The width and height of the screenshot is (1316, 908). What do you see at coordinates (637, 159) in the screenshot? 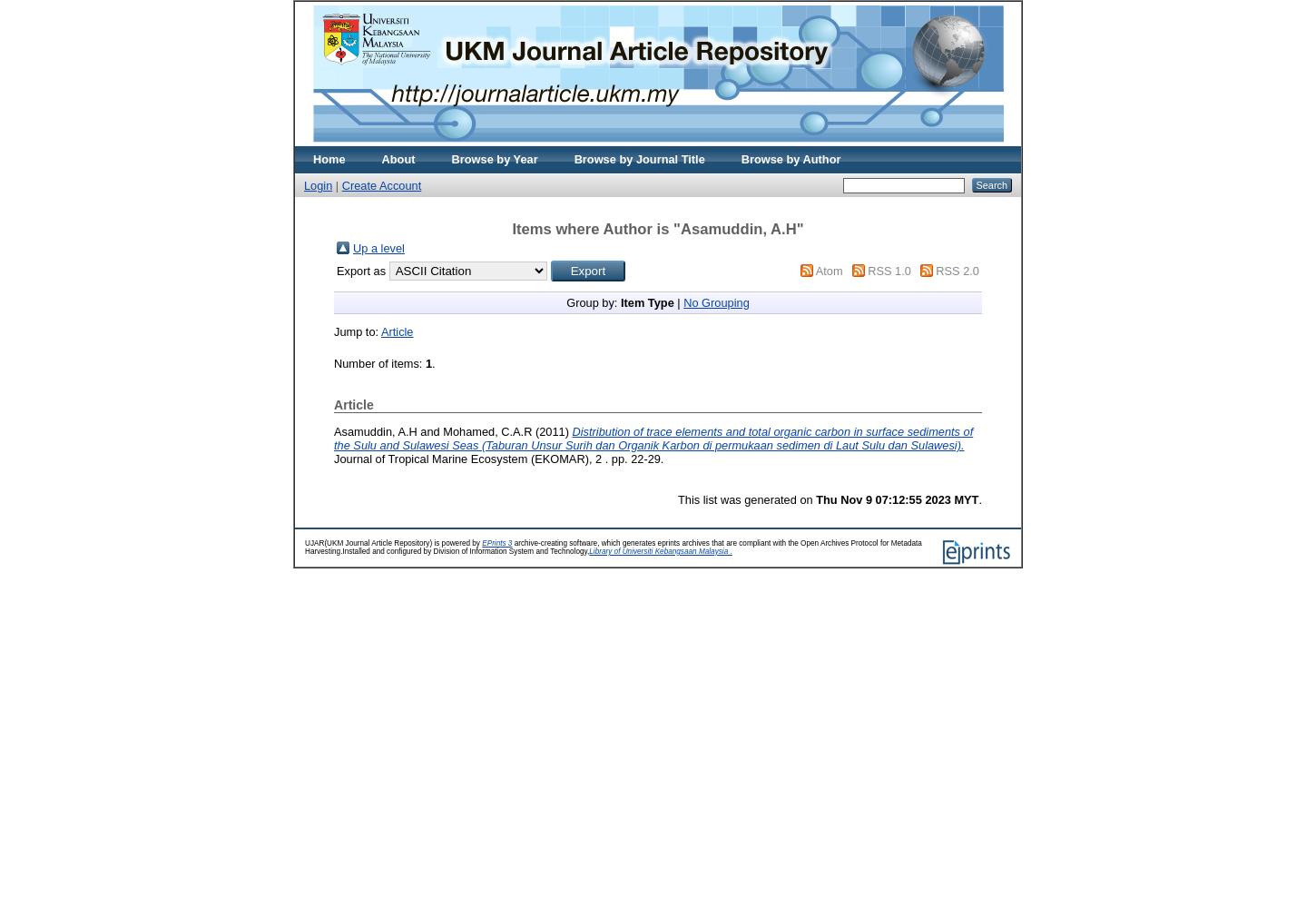
I see `'Browse by Journal Title'` at bounding box center [637, 159].